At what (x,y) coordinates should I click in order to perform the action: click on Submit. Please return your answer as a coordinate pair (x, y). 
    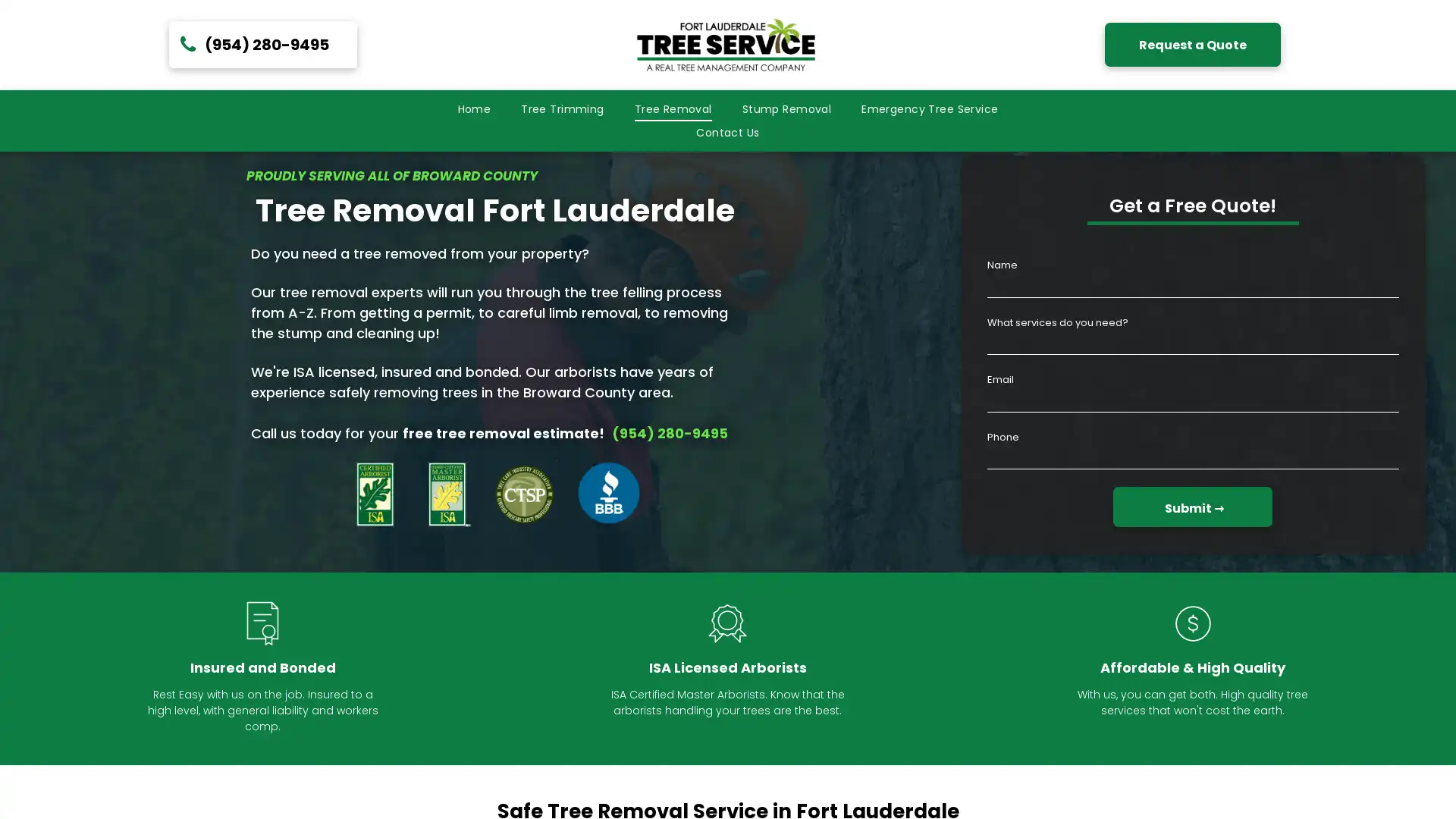
    Looking at the image, I should click on (1193, 508).